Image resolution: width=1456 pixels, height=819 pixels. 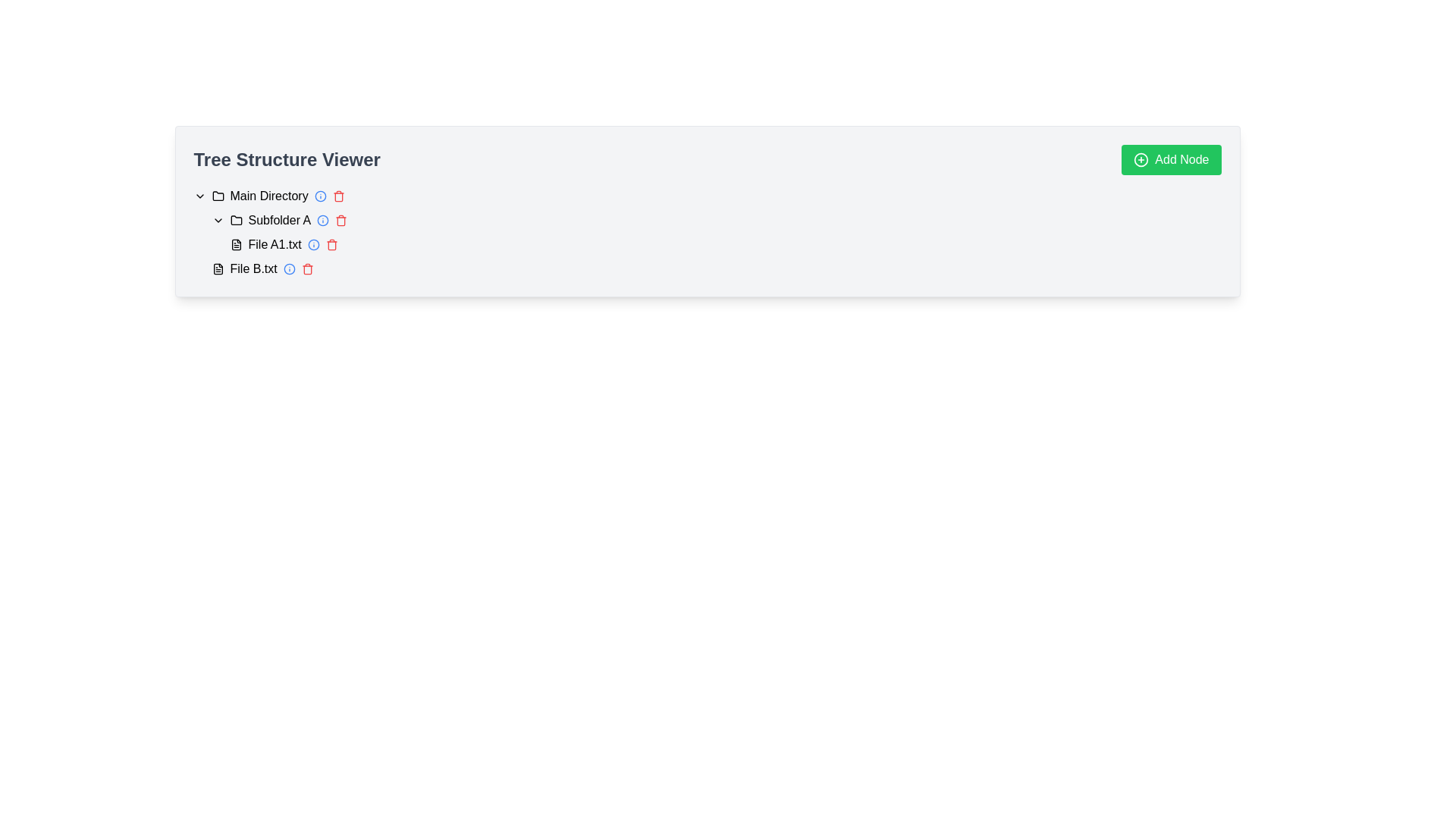 I want to click on the small rectangular file icon representing 'File A1.txt', which is located to the left of the file name text in the tree structure viewer, so click(x=235, y=244).